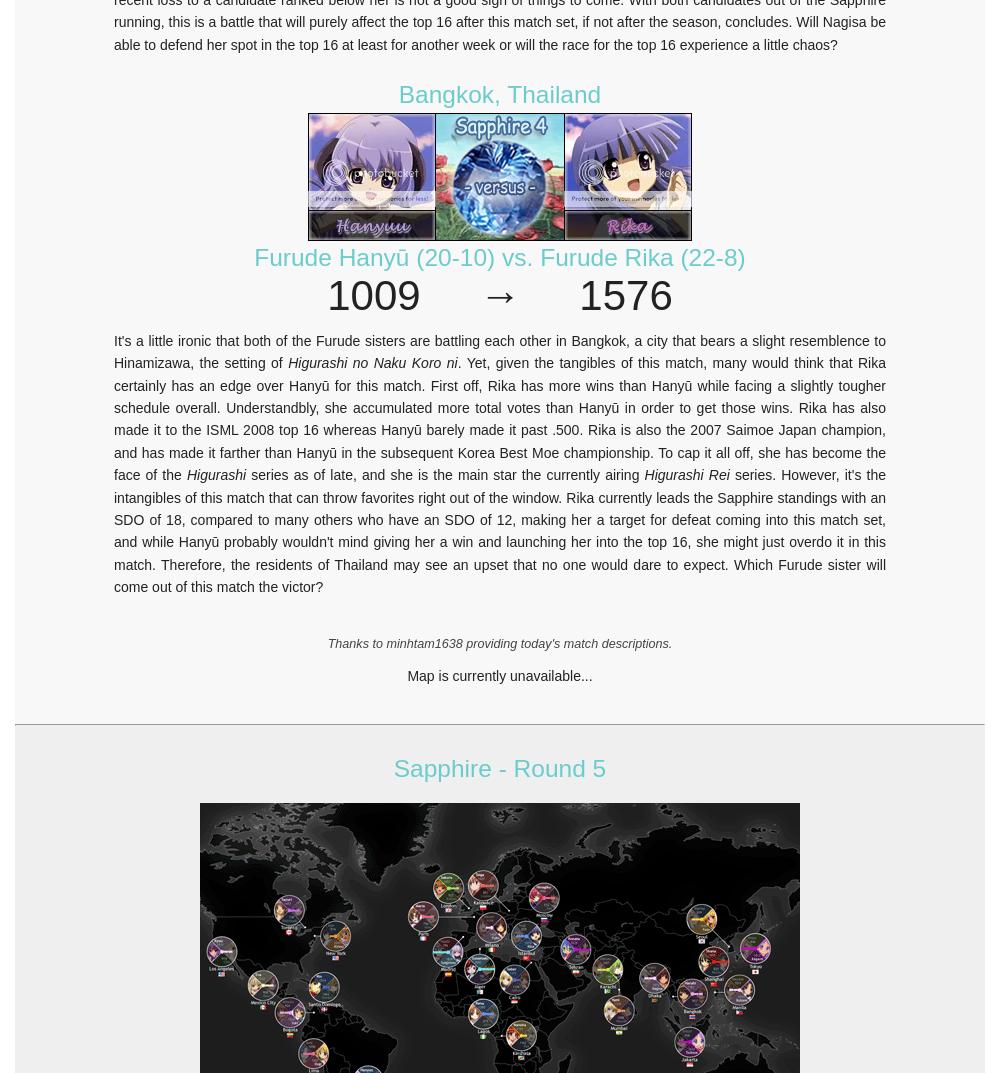  What do you see at coordinates (644, 475) in the screenshot?
I see `'Higurashi Rei'` at bounding box center [644, 475].